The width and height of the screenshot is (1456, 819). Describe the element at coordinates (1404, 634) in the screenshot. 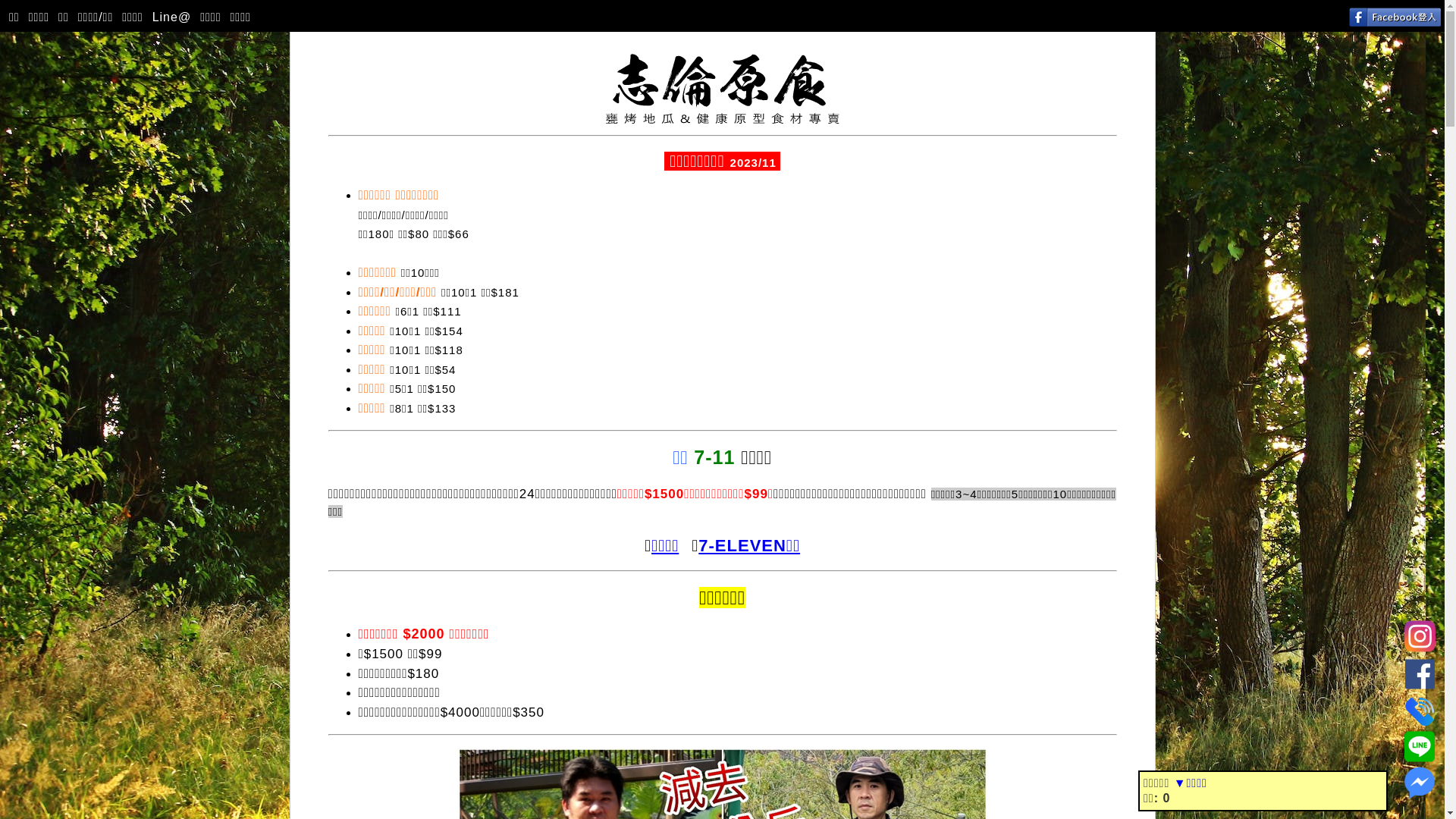

I see `'instagram'` at that location.